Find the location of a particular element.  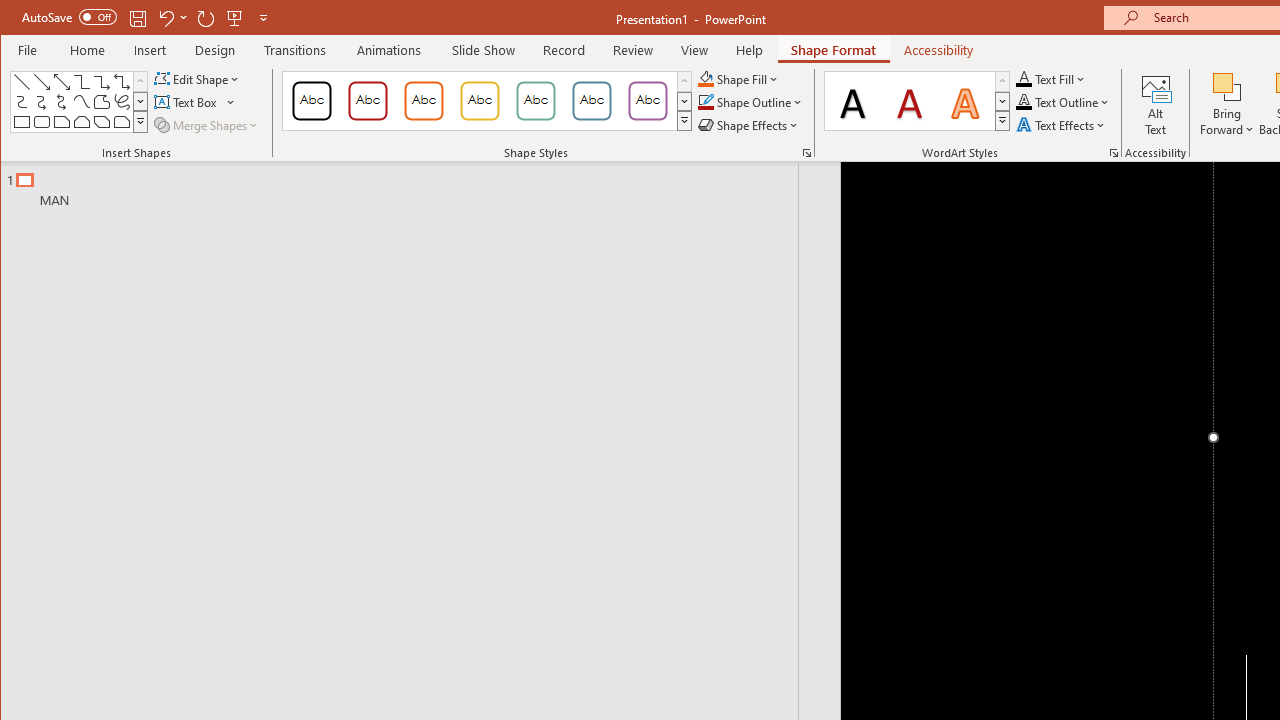

'Text Effects' is located at coordinates (1061, 125).